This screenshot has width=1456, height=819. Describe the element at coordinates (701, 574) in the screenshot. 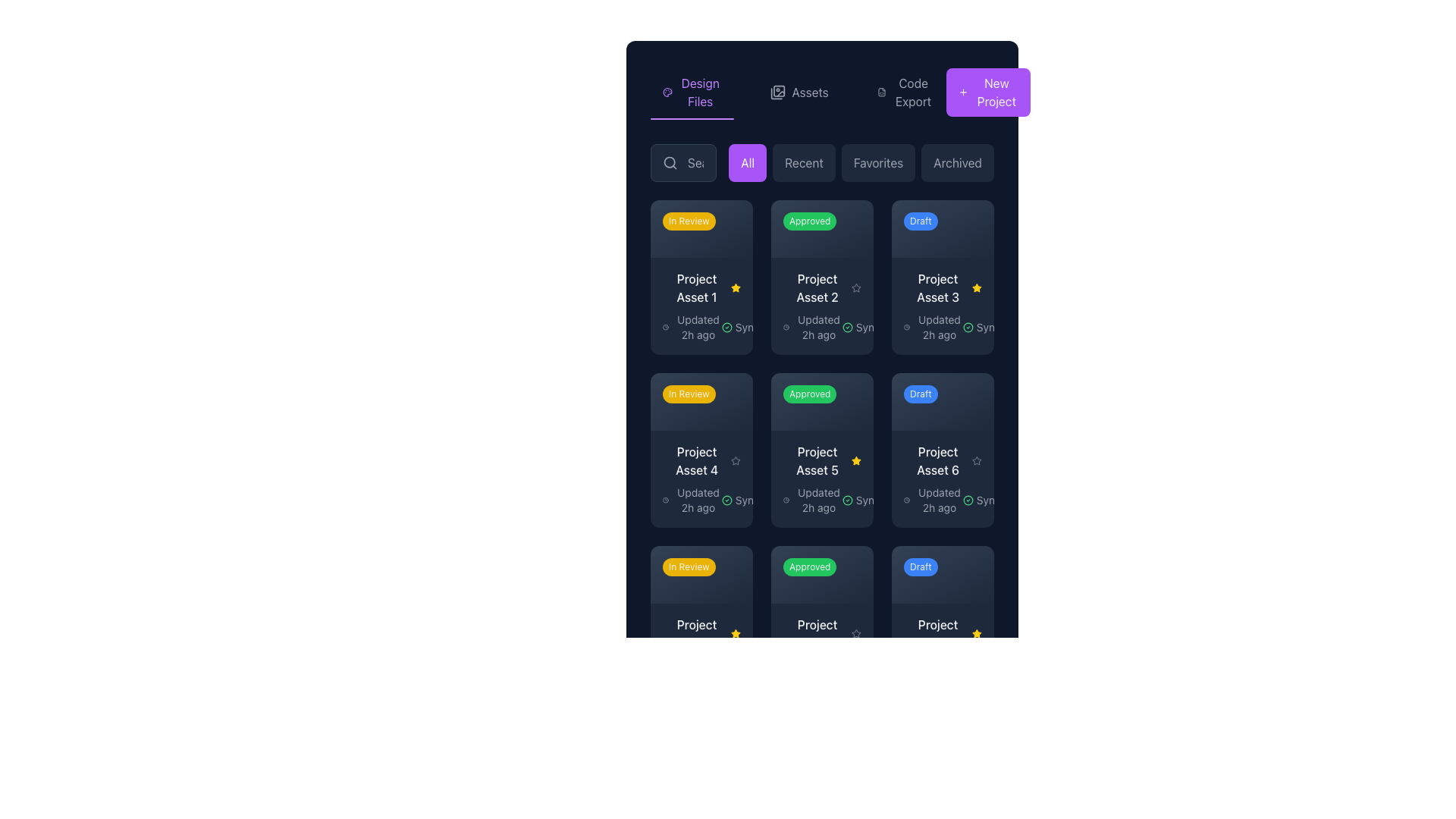

I see `the status indicator badge that shows 'In Review' for 'Project Asset 7' located at the top-left corner of its card in the second row and first column of the grid` at that location.